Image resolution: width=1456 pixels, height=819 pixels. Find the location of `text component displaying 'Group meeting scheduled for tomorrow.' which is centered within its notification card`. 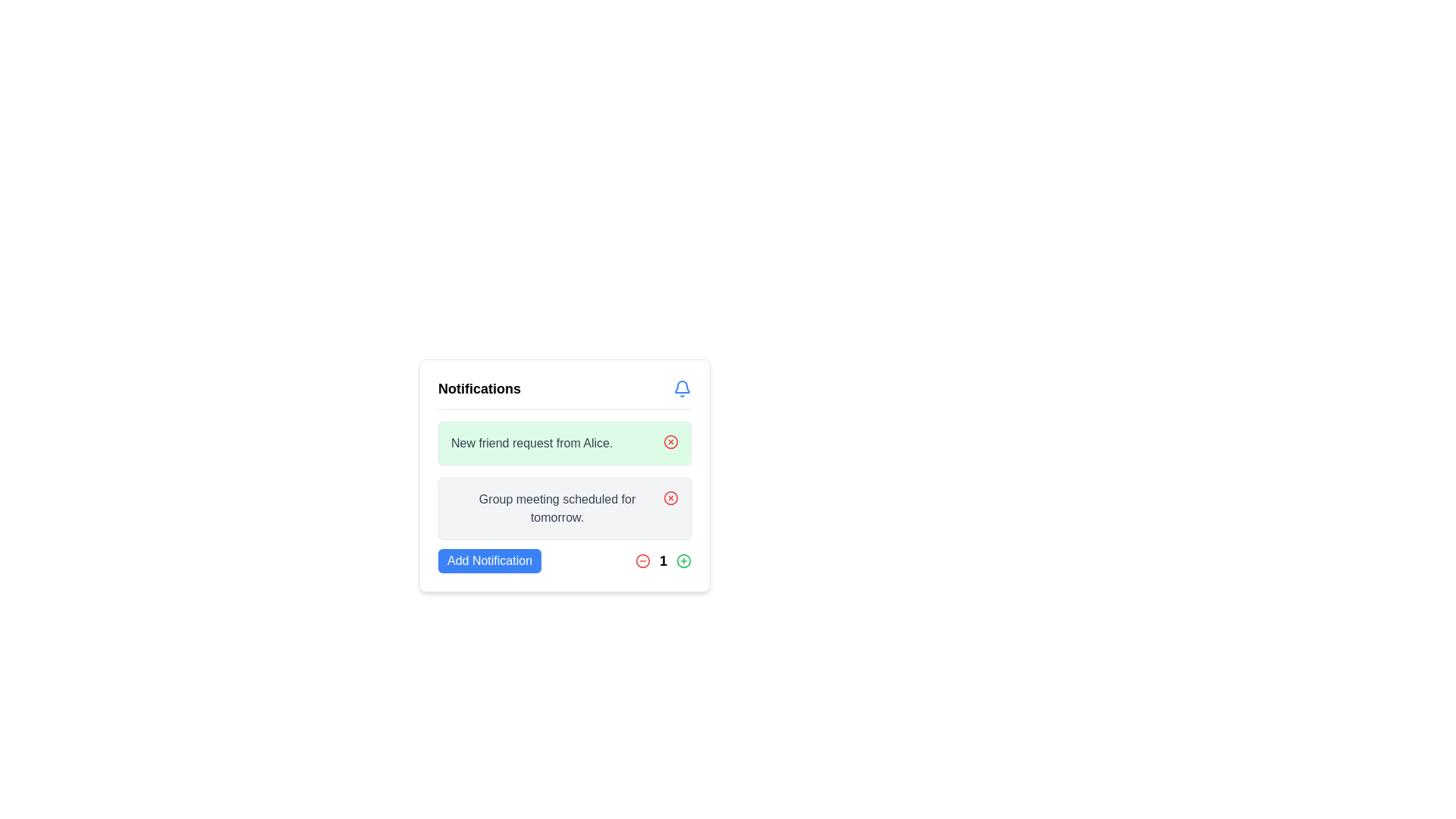

text component displaying 'Group meeting scheduled for tomorrow.' which is centered within its notification card is located at coordinates (556, 509).